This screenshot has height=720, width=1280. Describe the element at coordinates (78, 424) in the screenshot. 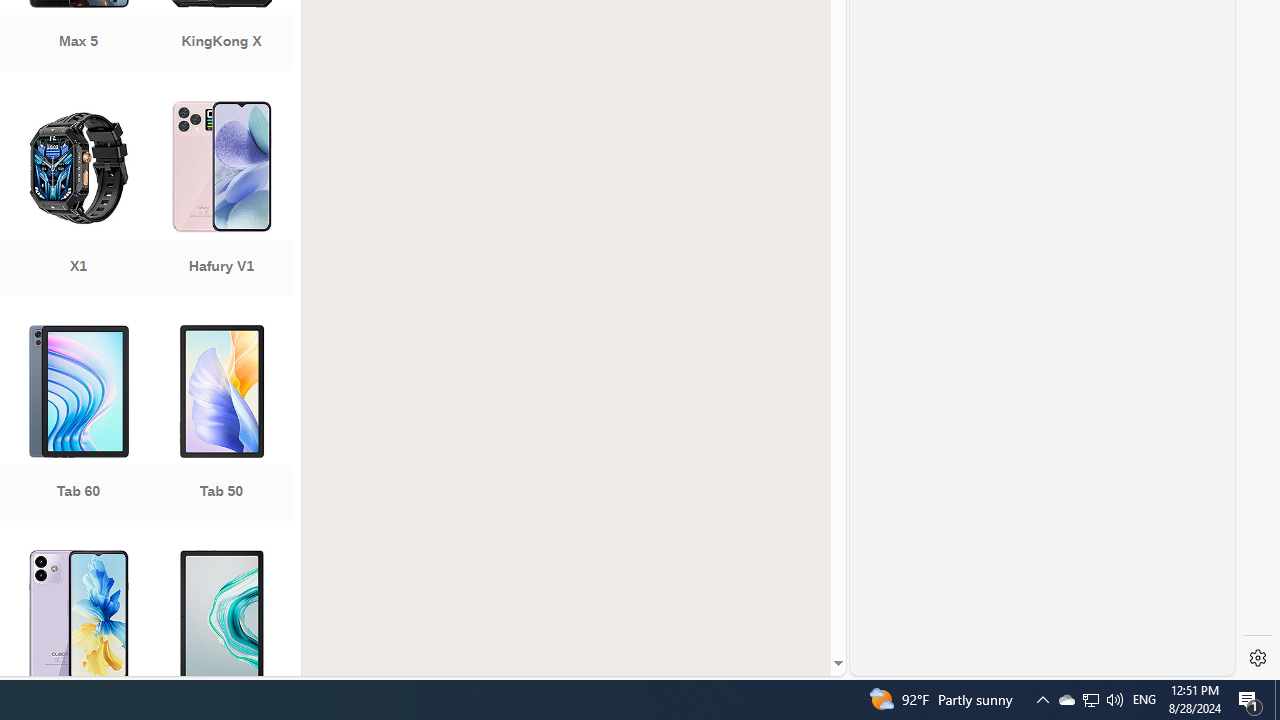

I see `'Tab 60'` at that location.